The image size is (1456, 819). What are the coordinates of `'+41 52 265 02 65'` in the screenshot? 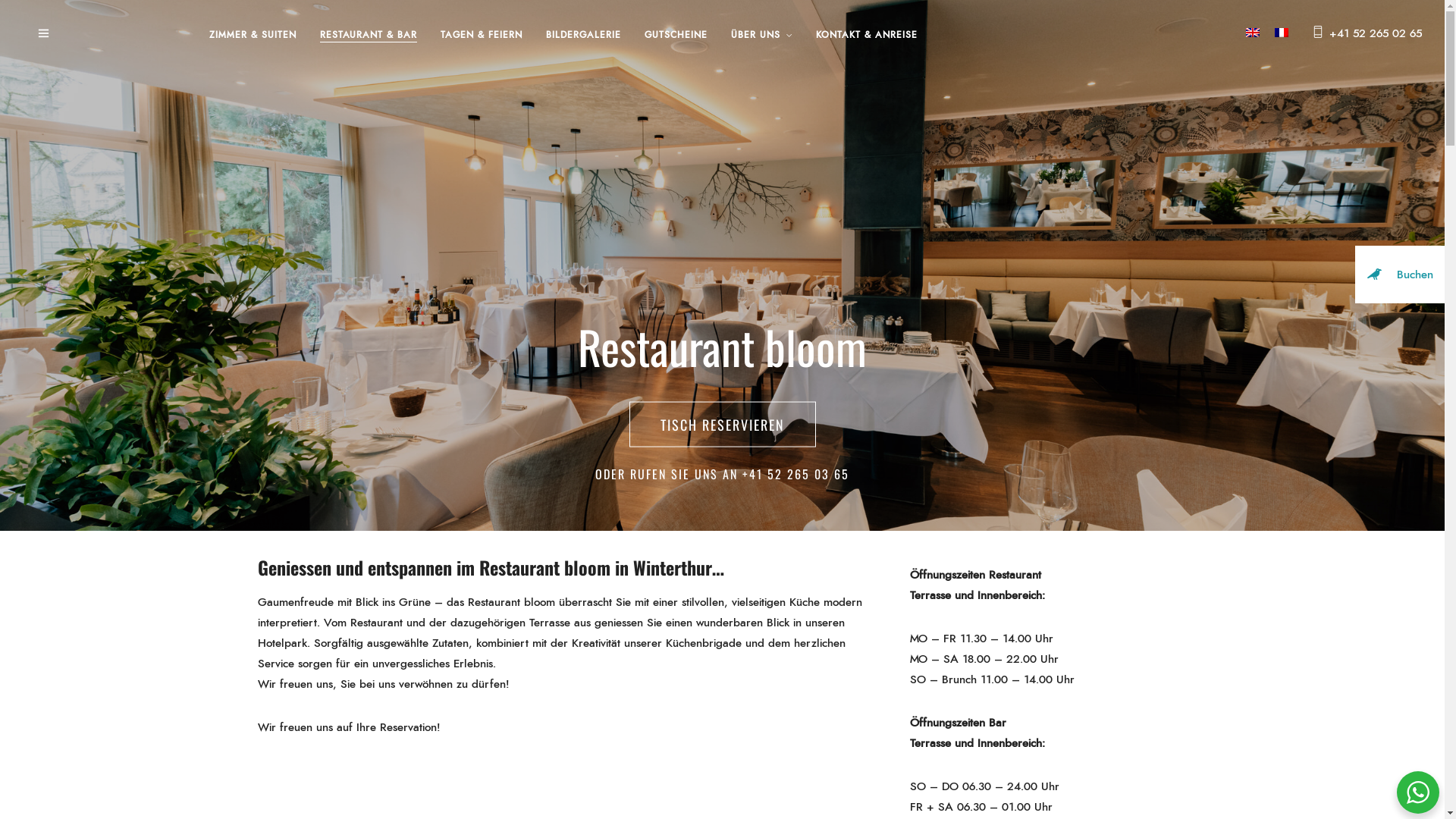 It's located at (1376, 33).